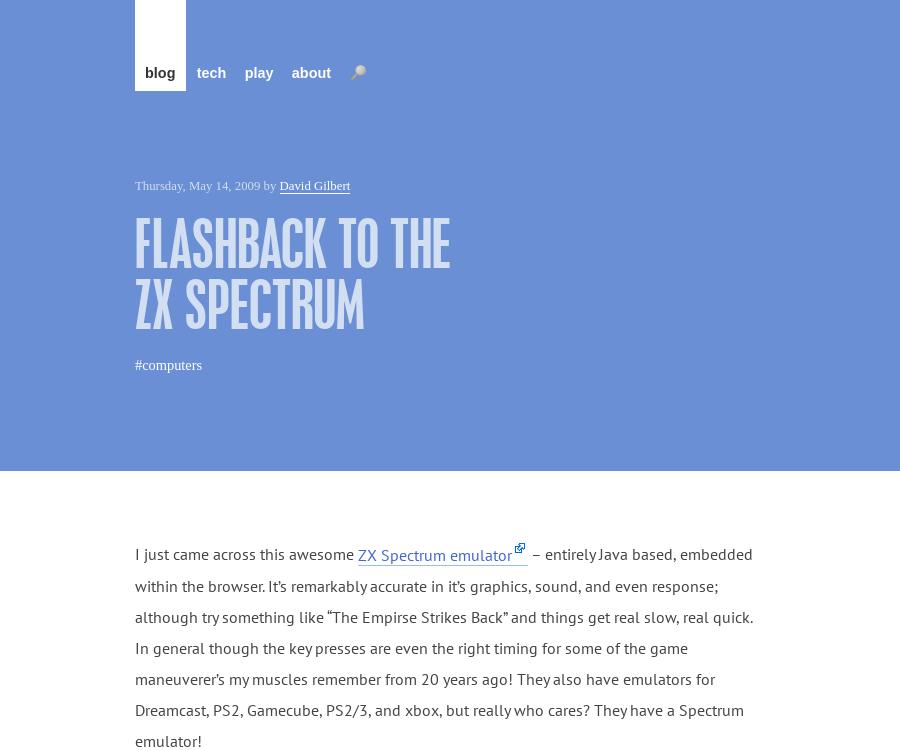 The image size is (900, 750). I want to click on 'David Gilbert', so click(278, 186).